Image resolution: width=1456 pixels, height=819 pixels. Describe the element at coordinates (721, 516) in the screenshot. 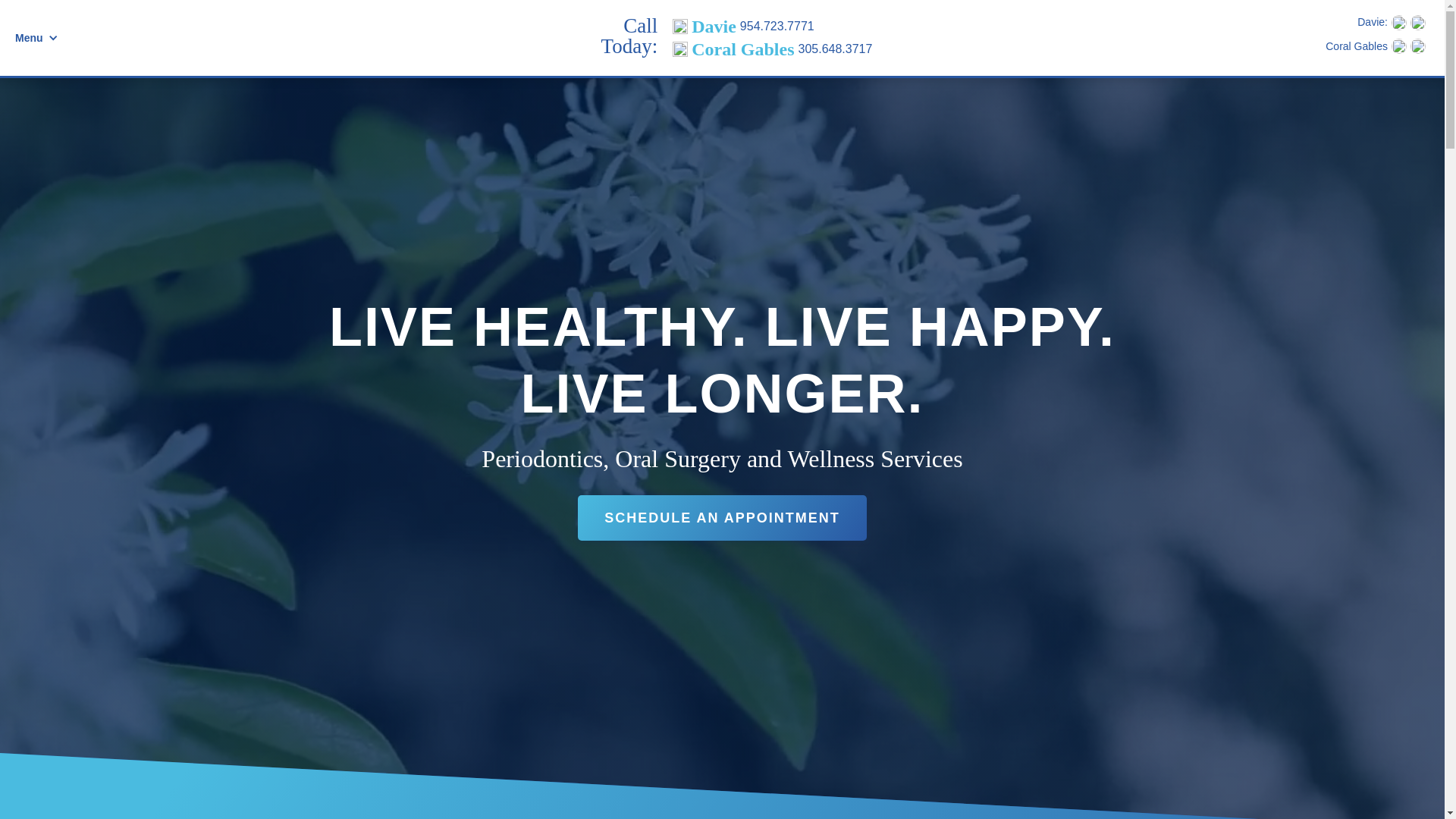

I see `'SCHEDULE AN APPOINTMENT'` at that location.